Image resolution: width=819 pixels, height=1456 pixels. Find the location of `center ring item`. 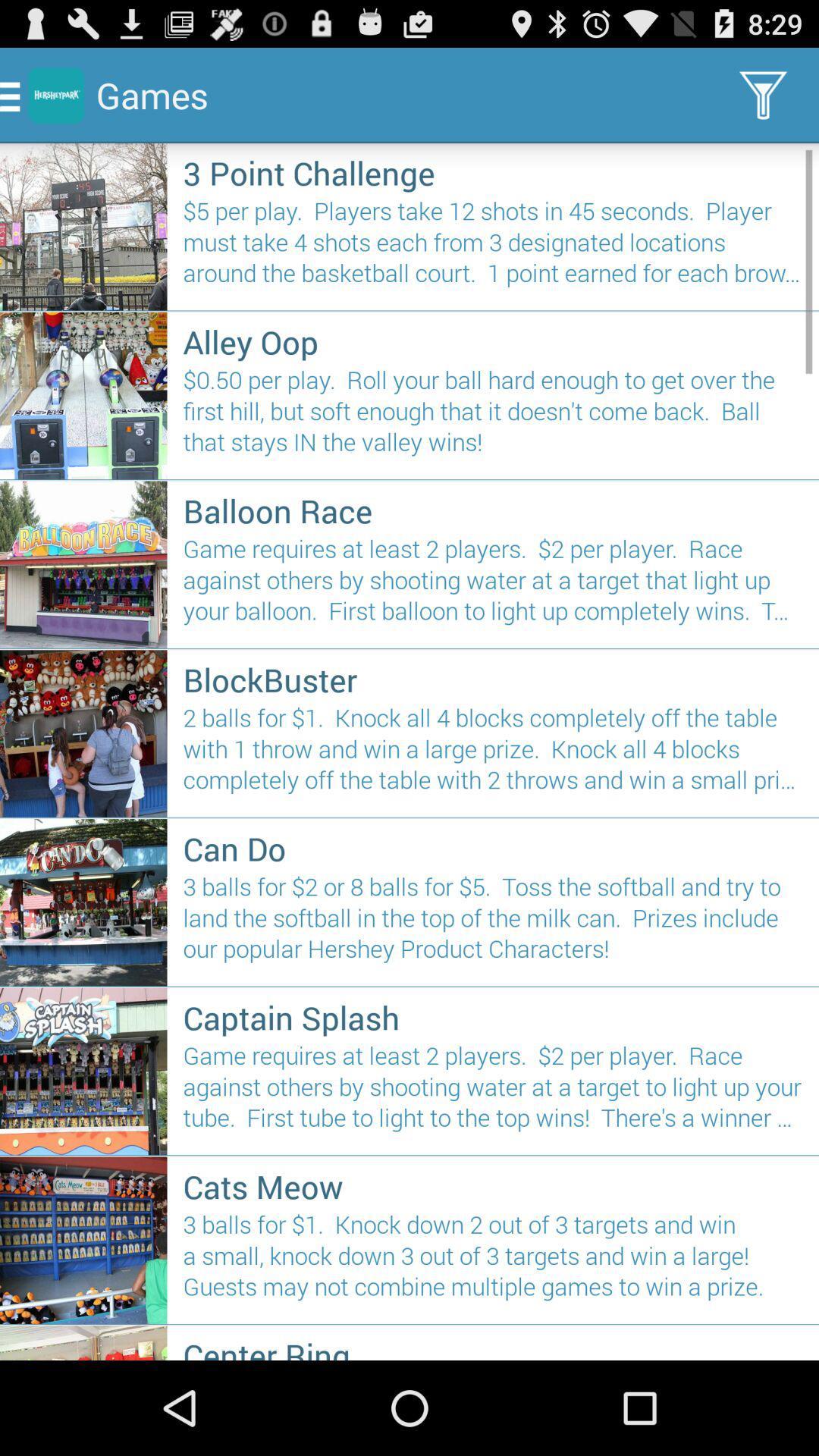

center ring item is located at coordinates (493, 1347).